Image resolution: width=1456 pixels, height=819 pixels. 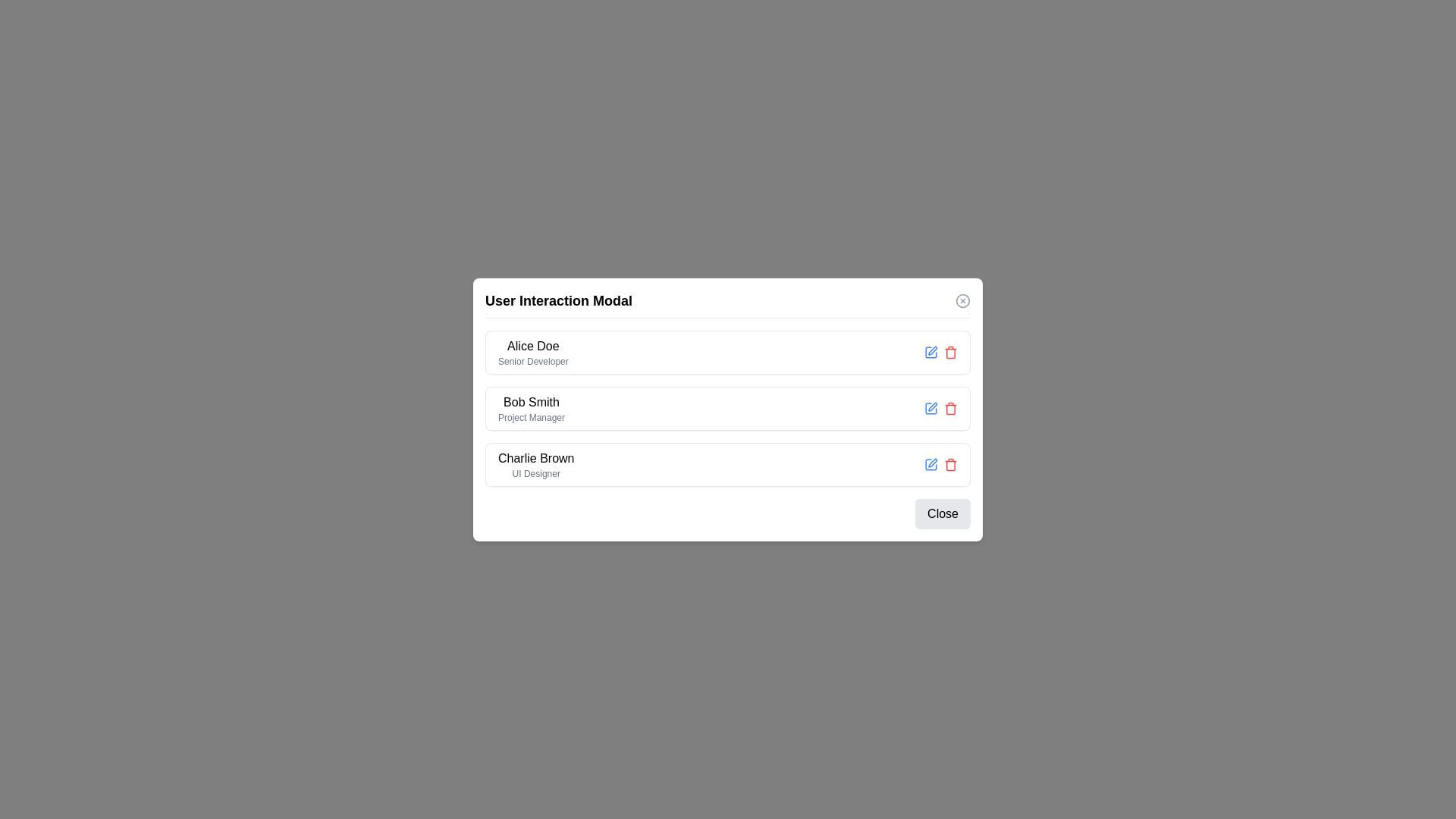 What do you see at coordinates (962, 300) in the screenshot?
I see `the circular close button located in the top-right corner of the modal to receive possible feedback` at bounding box center [962, 300].